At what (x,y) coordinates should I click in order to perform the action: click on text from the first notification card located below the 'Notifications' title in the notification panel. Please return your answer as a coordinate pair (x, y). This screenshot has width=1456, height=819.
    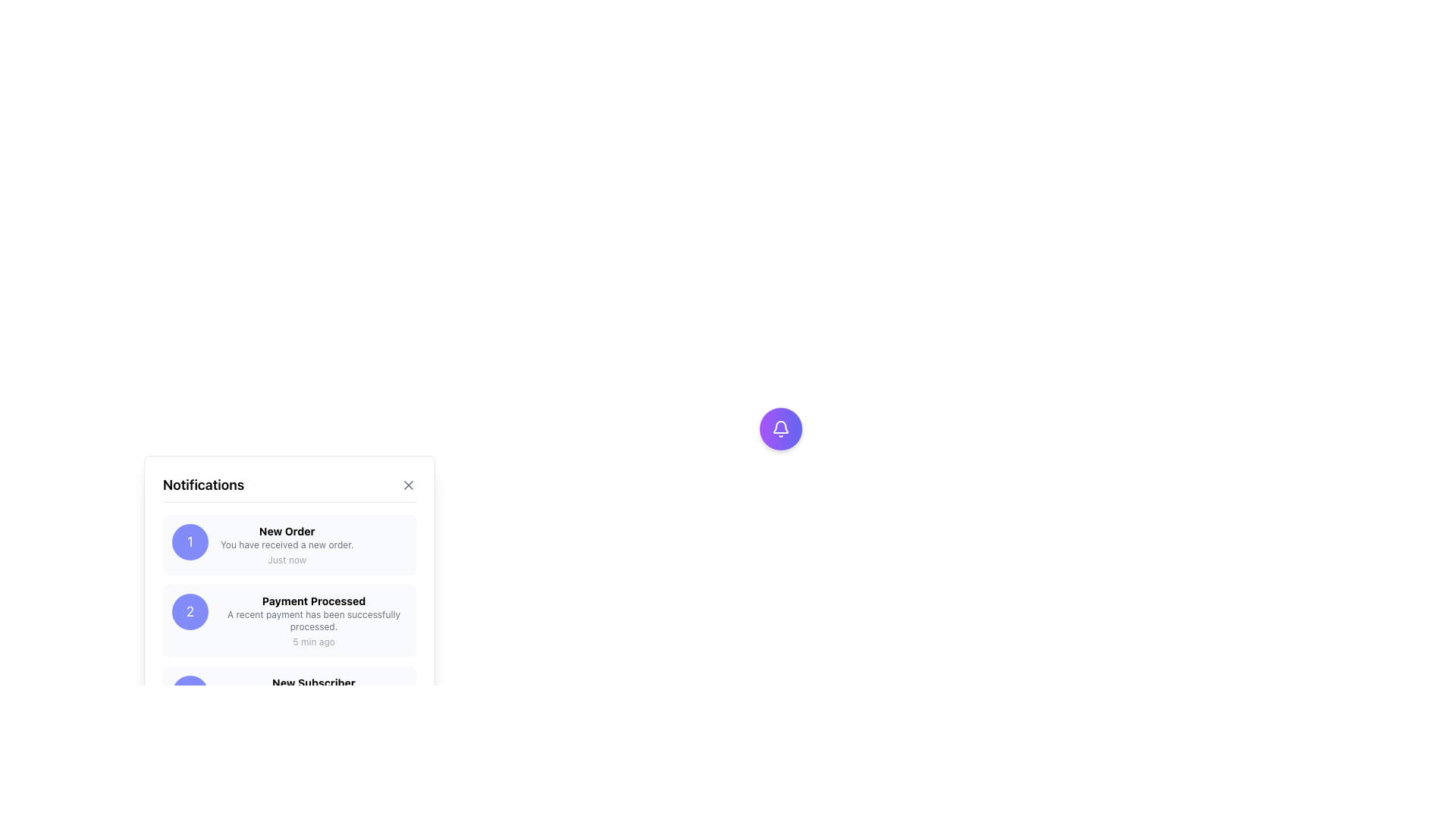
    Looking at the image, I should click on (290, 544).